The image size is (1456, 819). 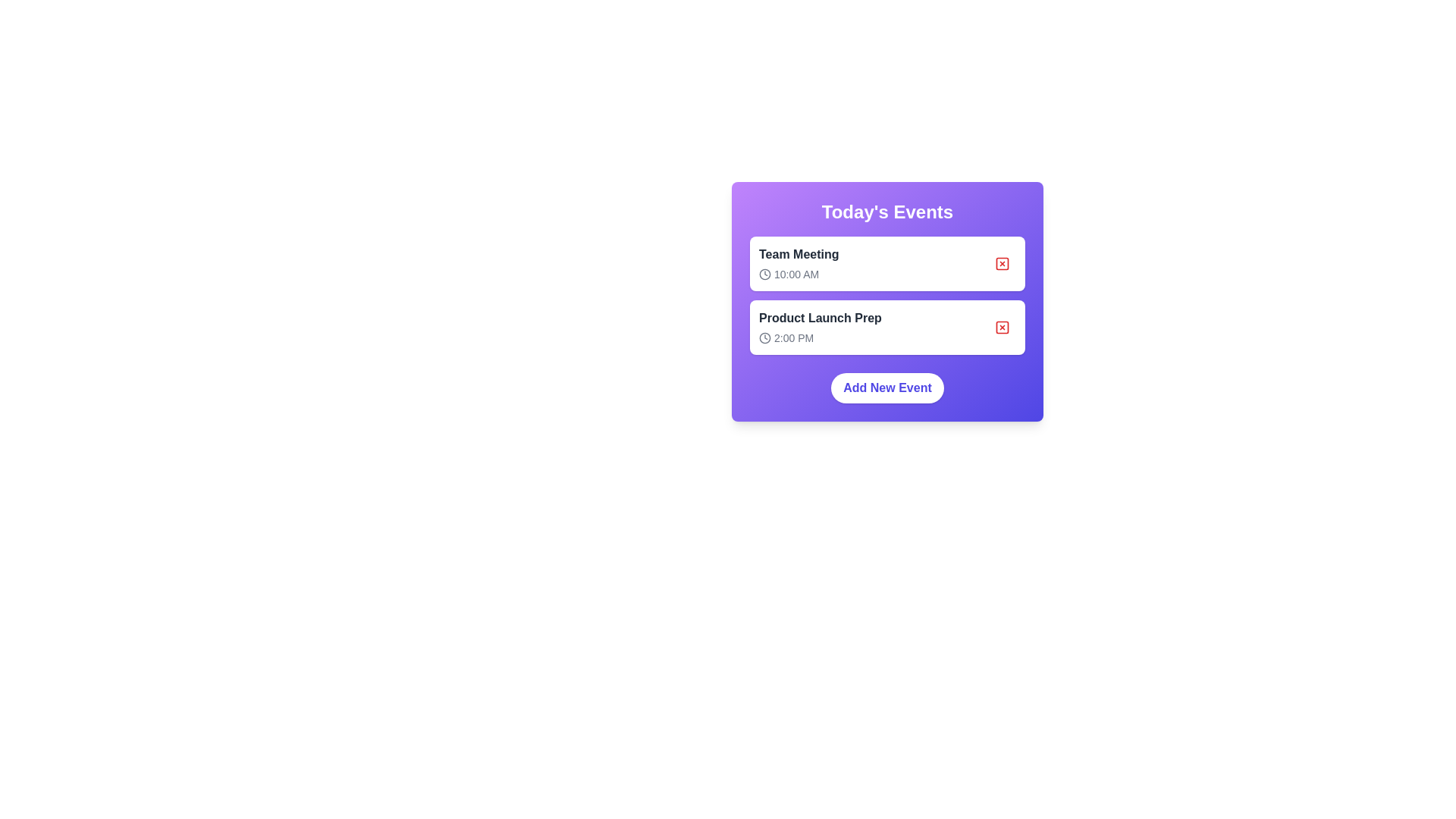 I want to click on the outer rectangular boundary of the delete icon for the 'Product Launch Prep' event, located near the right edge of the event block, so click(x=1002, y=327).